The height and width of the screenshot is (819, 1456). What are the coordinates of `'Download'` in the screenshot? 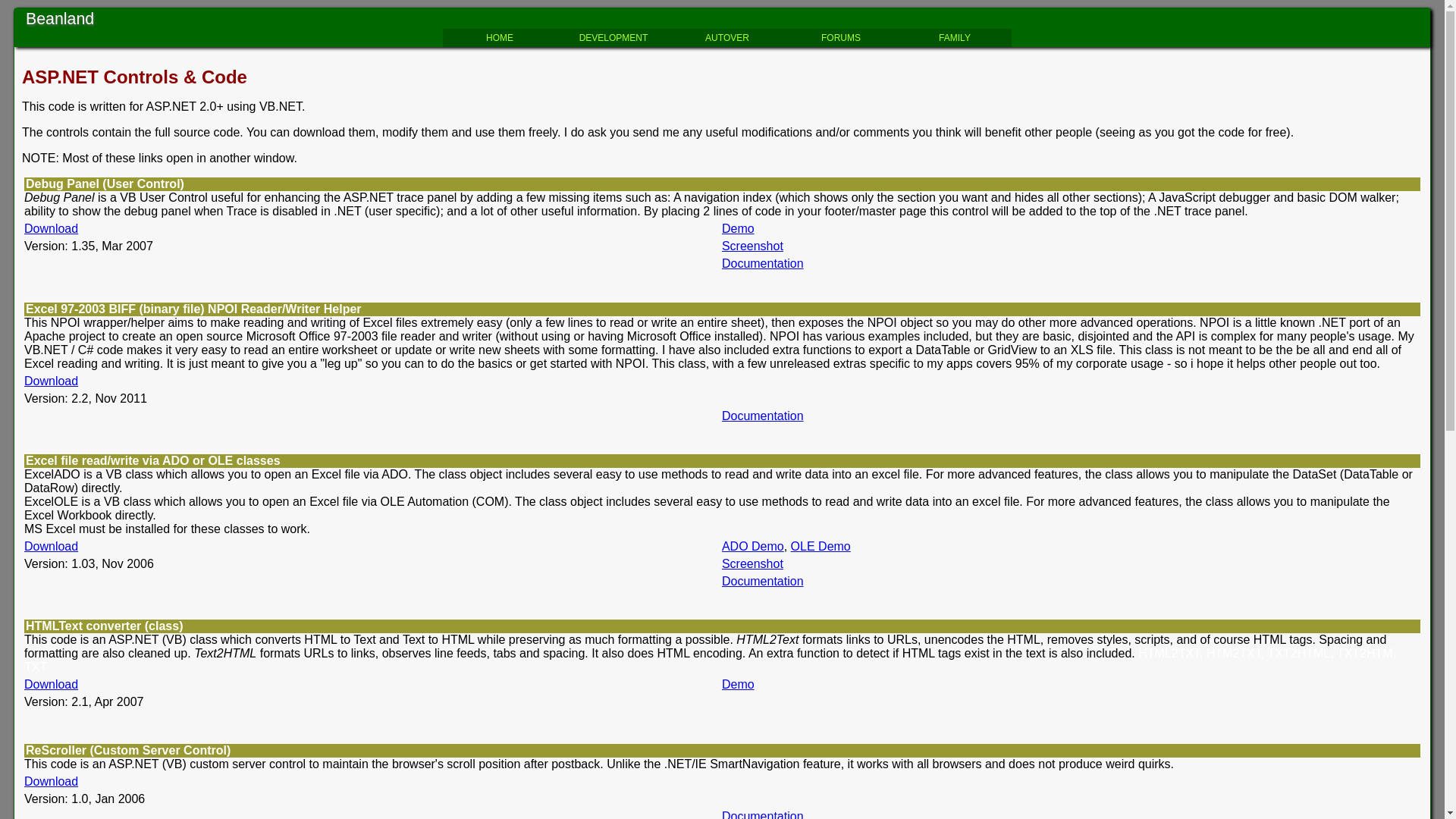 It's located at (24, 546).